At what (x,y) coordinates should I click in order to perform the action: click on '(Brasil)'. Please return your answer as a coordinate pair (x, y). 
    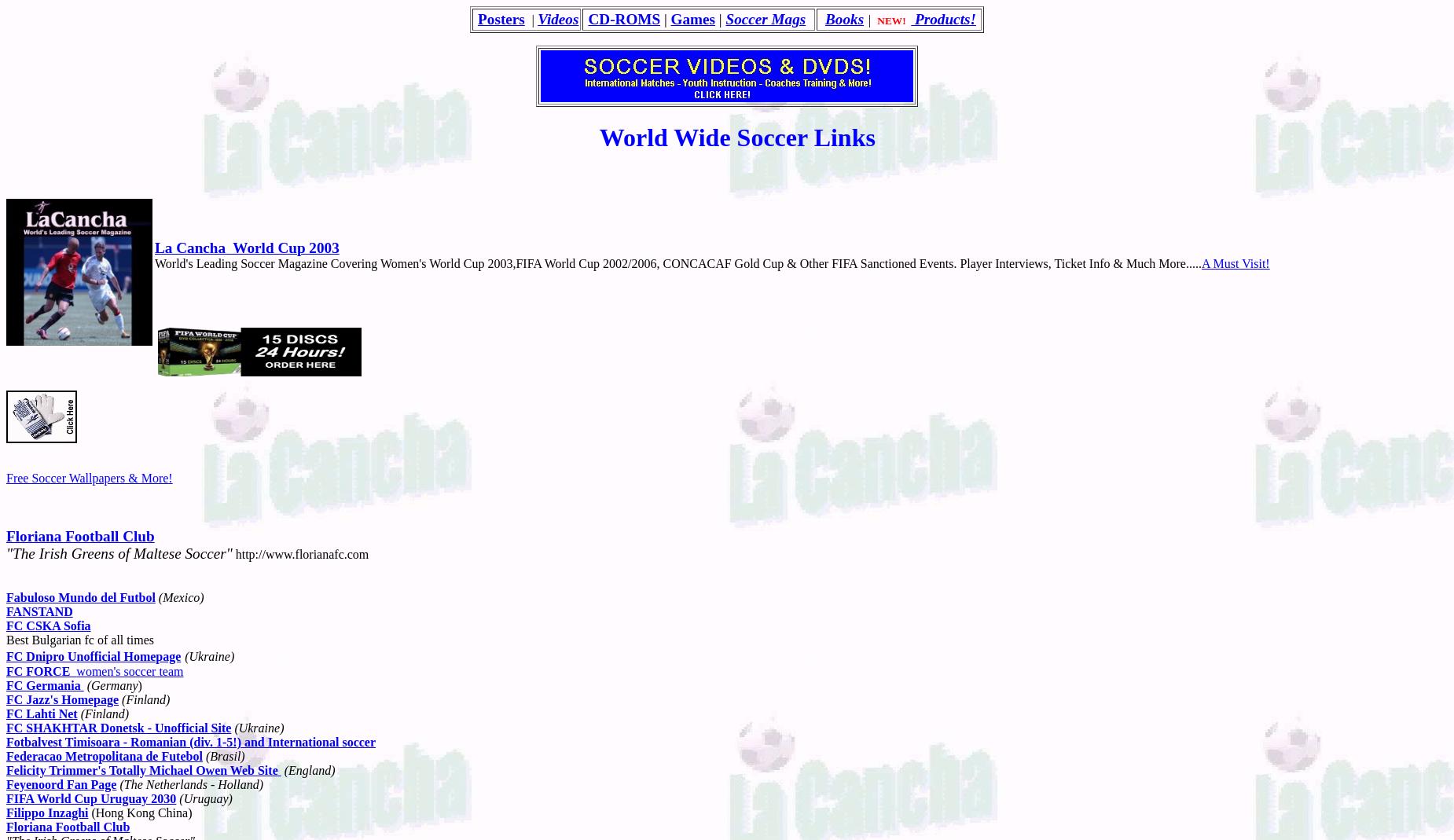
    Looking at the image, I should click on (224, 754).